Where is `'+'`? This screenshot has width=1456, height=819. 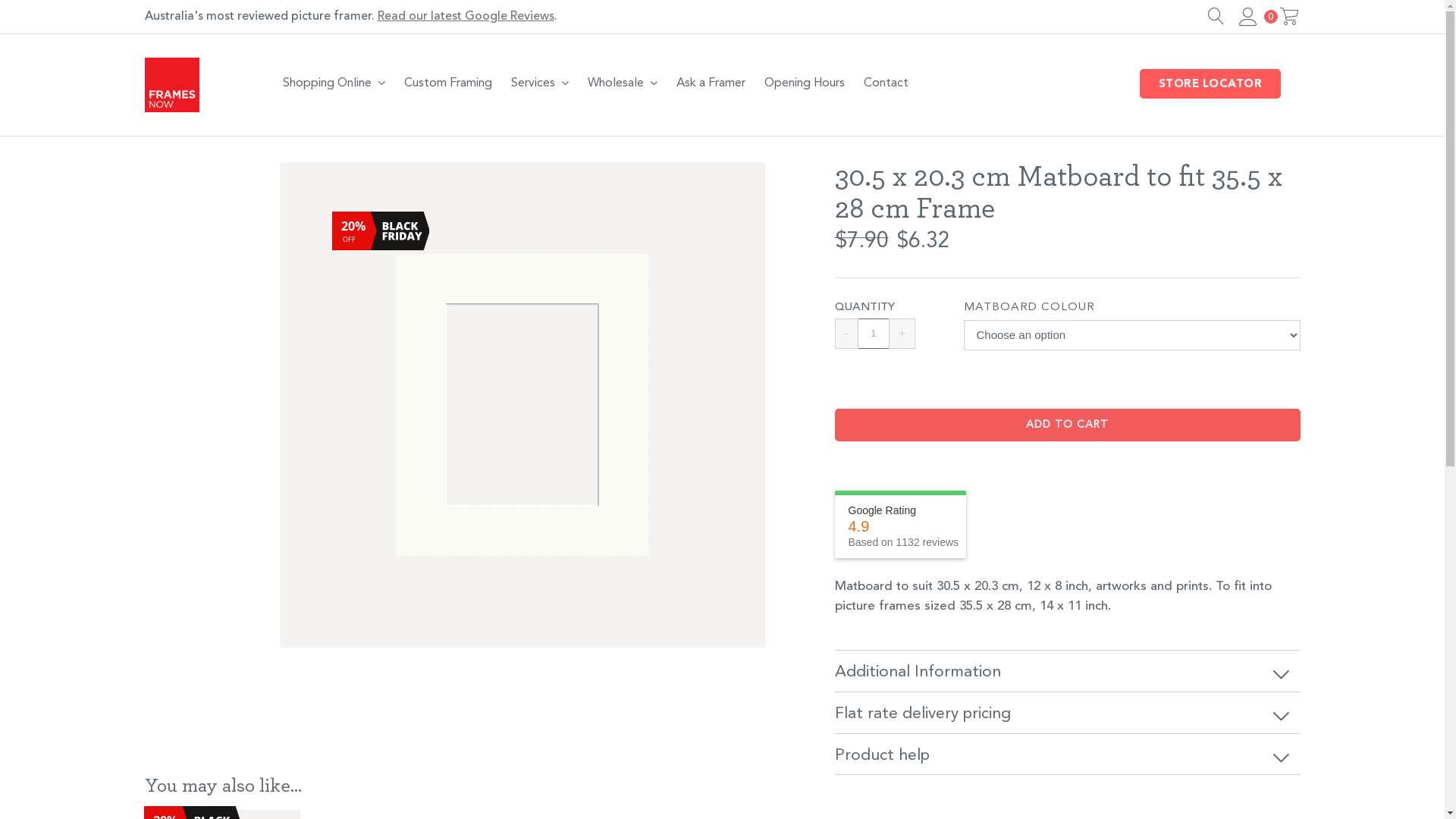
'+' is located at coordinates (888, 332).